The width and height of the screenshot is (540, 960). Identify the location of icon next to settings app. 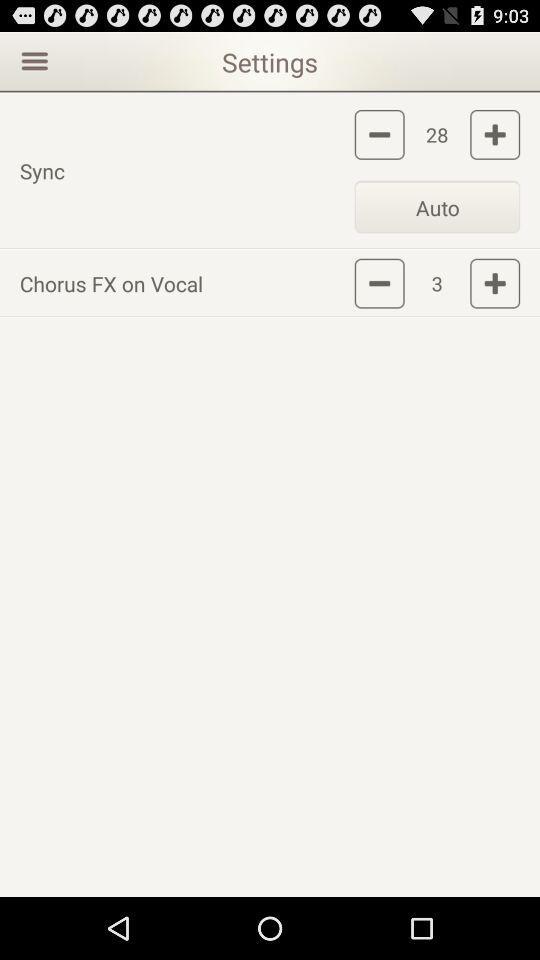
(31, 59).